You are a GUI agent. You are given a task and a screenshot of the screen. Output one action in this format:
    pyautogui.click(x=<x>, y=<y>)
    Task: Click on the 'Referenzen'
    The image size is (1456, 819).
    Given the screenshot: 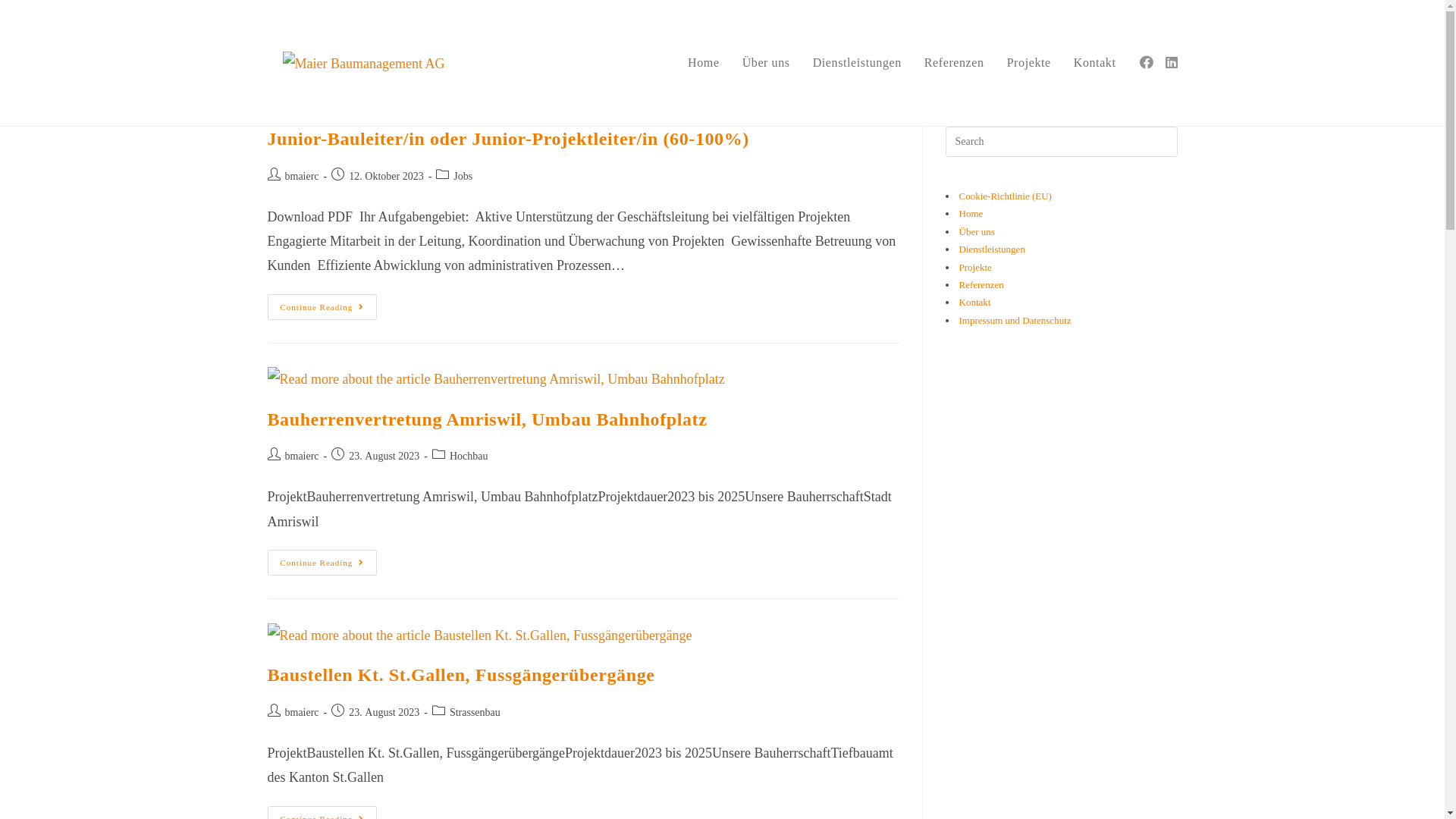 What is the action you would take?
    pyautogui.click(x=981, y=284)
    